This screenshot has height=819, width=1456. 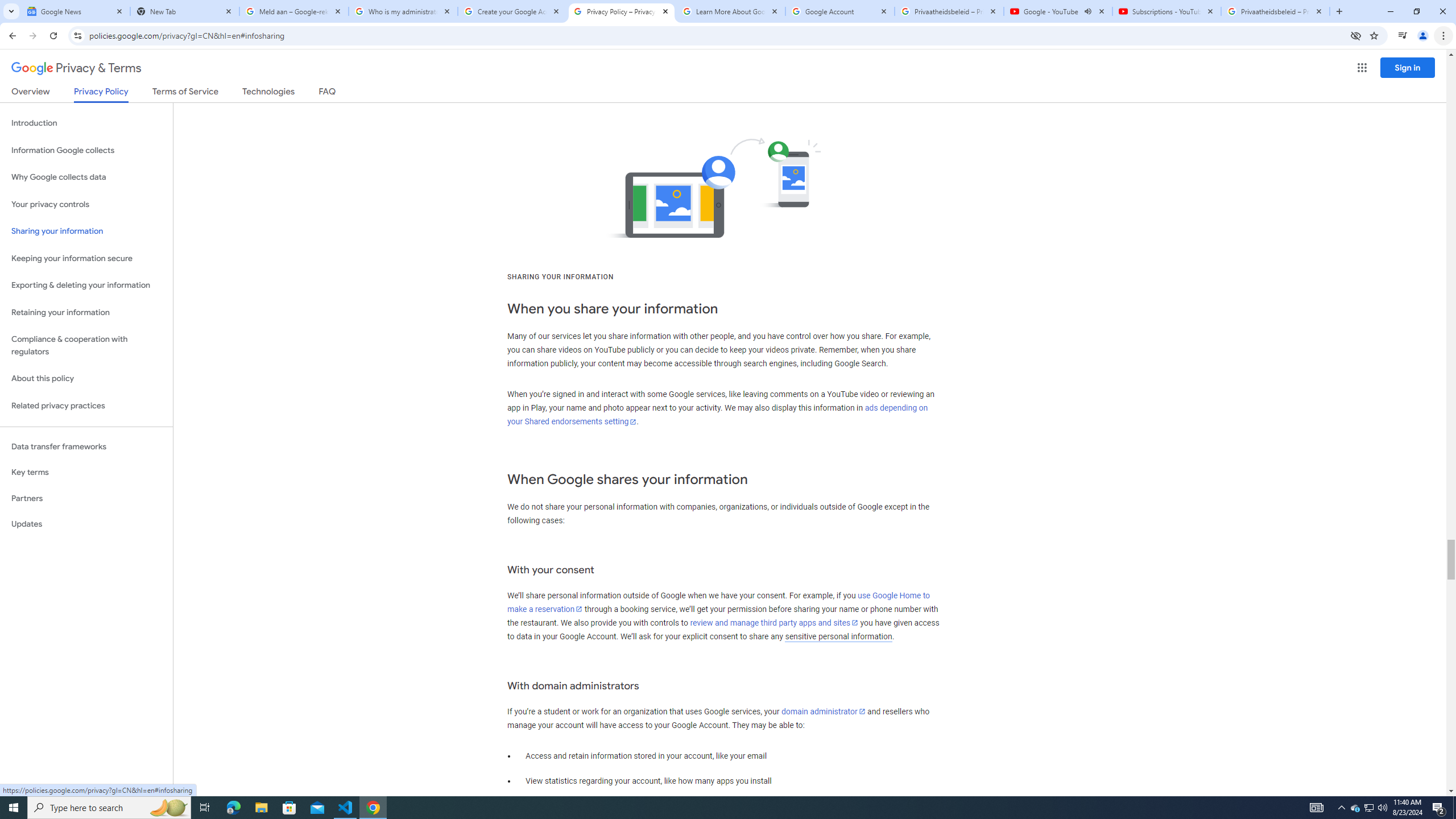 What do you see at coordinates (86, 379) in the screenshot?
I see `'About this policy'` at bounding box center [86, 379].